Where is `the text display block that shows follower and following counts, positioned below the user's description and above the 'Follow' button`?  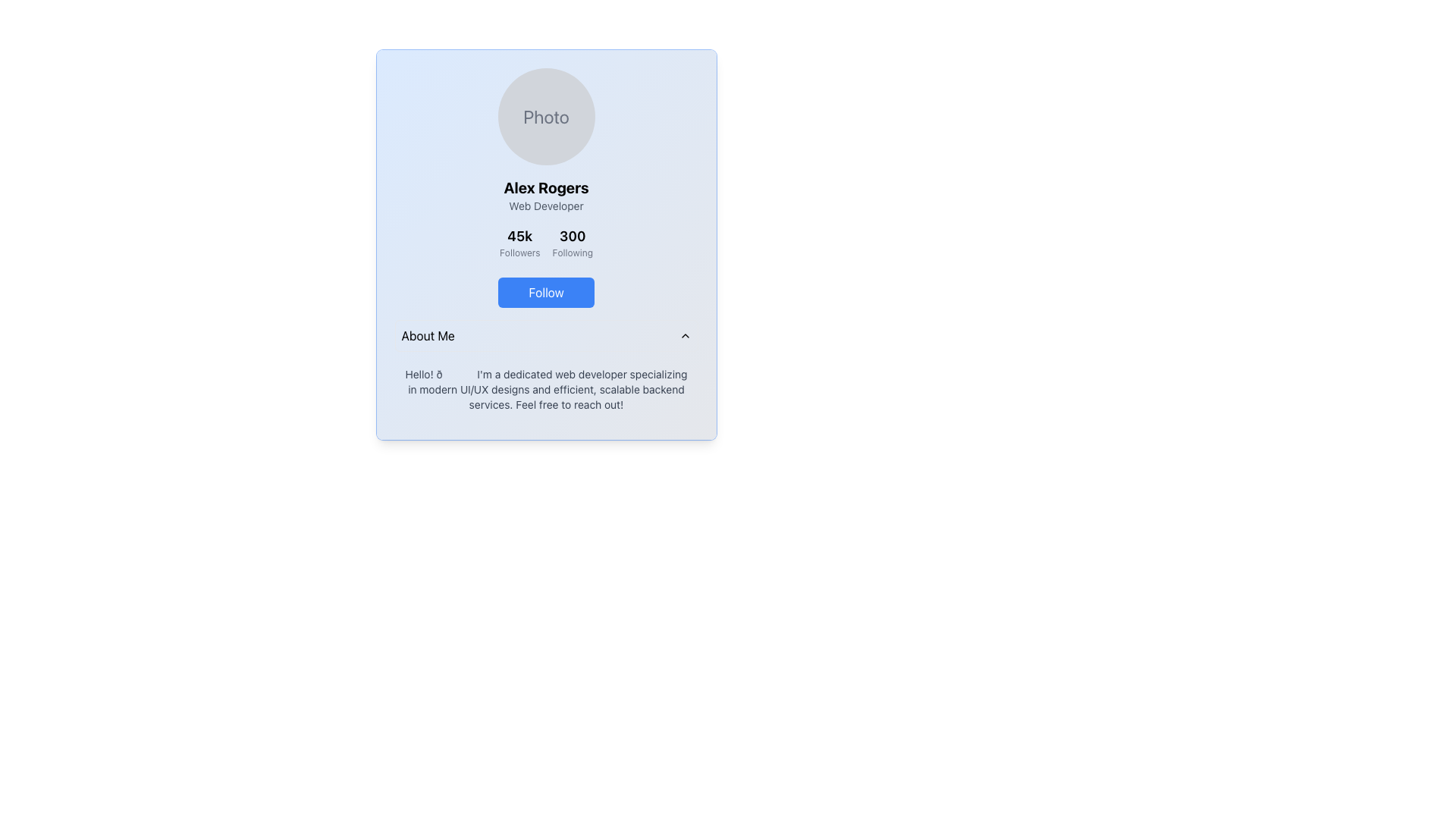
the text display block that shows follower and following counts, positioned below the user's description and above the 'Follow' button is located at coordinates (546, 242).